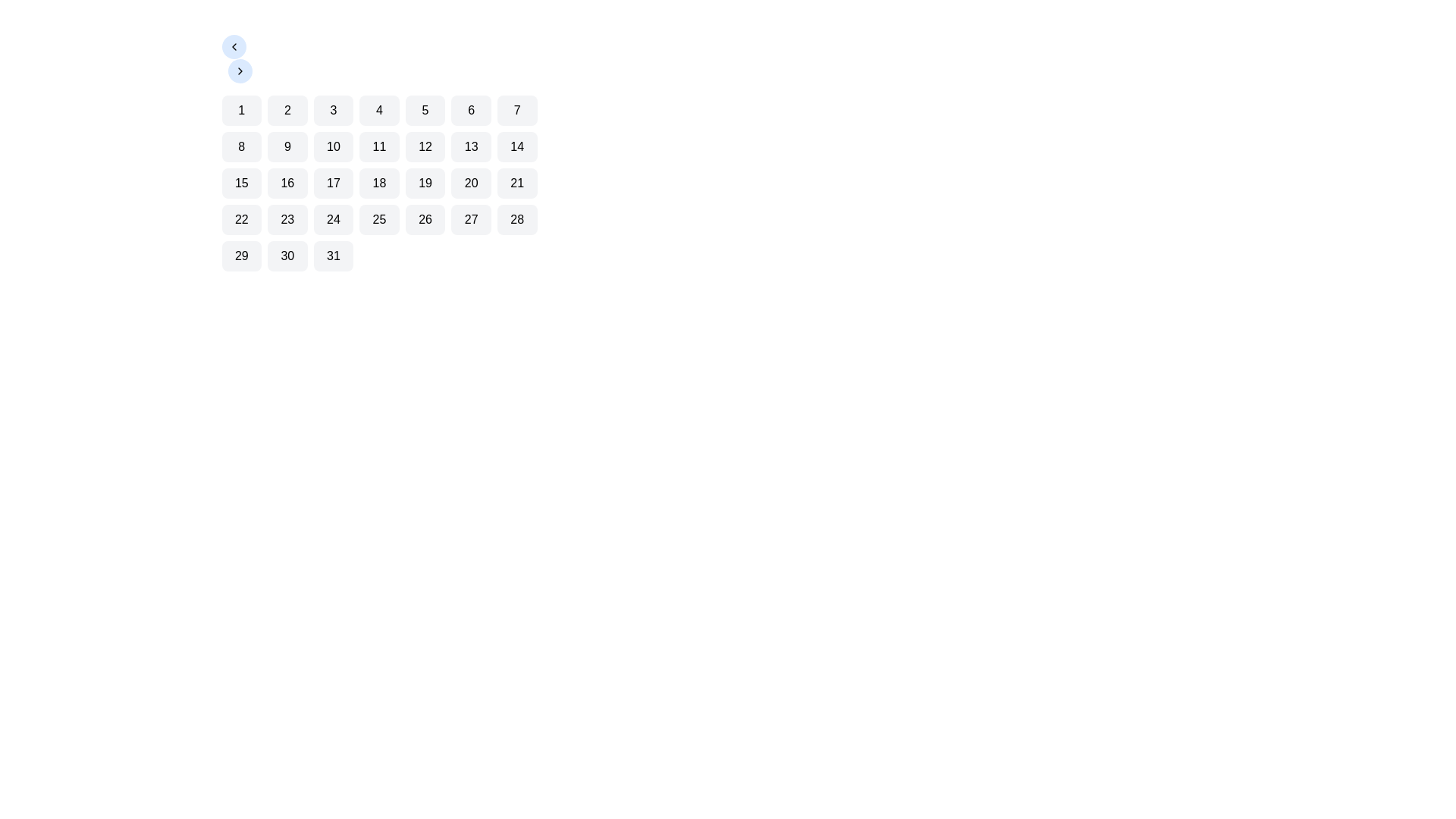 The width and height of the screenshot is (1456, 819). I want to click on the rounded rectangular button with a light gray background and the number '3' centered in black text, located in the first row and third column of a grid layout, so click(332, 110).